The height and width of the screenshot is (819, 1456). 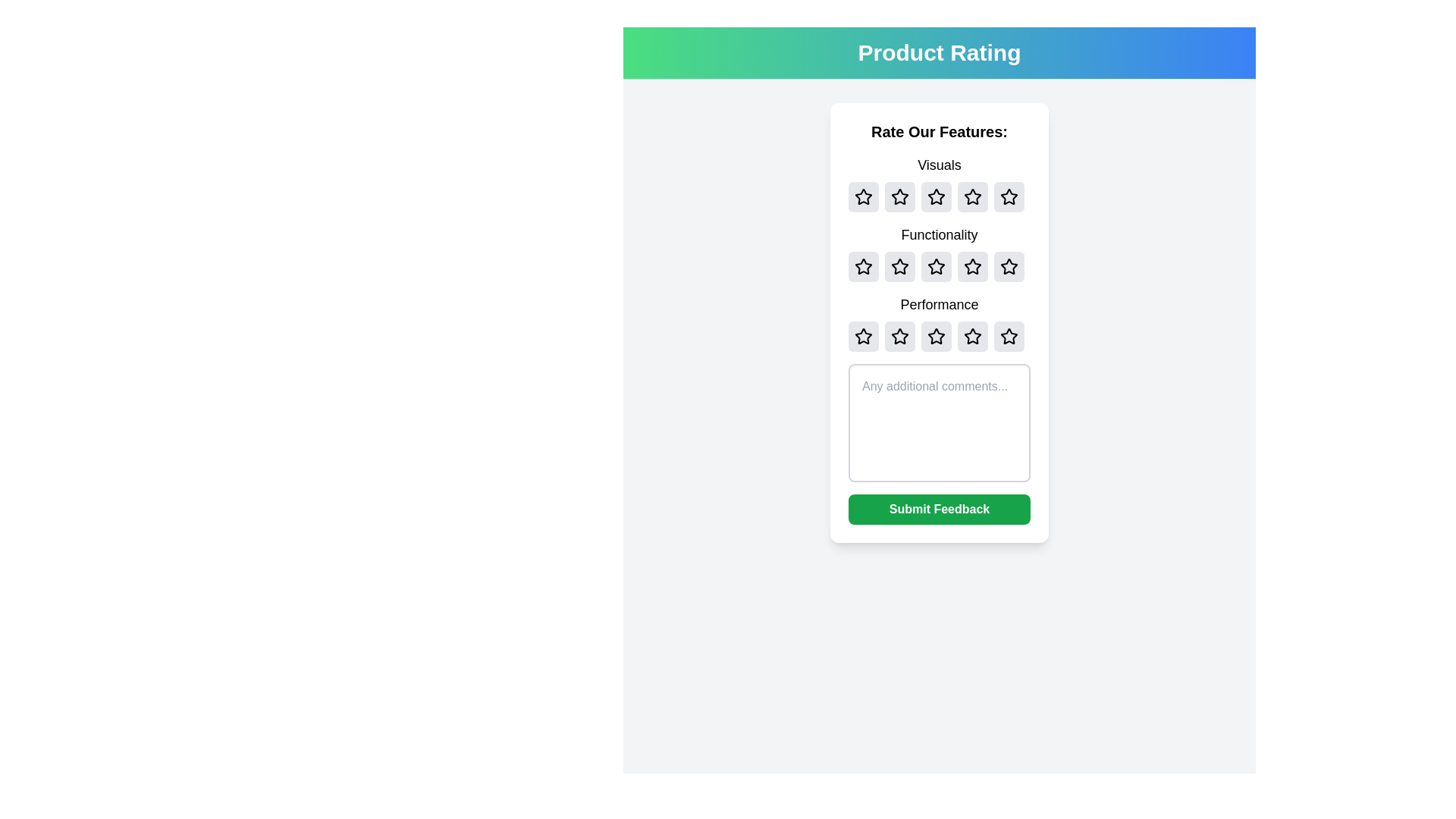 What do you see at coordinates (863, 265) in the screenshot?
I see `the star icon for rating functionality in the 'Rate Our Features' section` at bounding box center [863, 265].